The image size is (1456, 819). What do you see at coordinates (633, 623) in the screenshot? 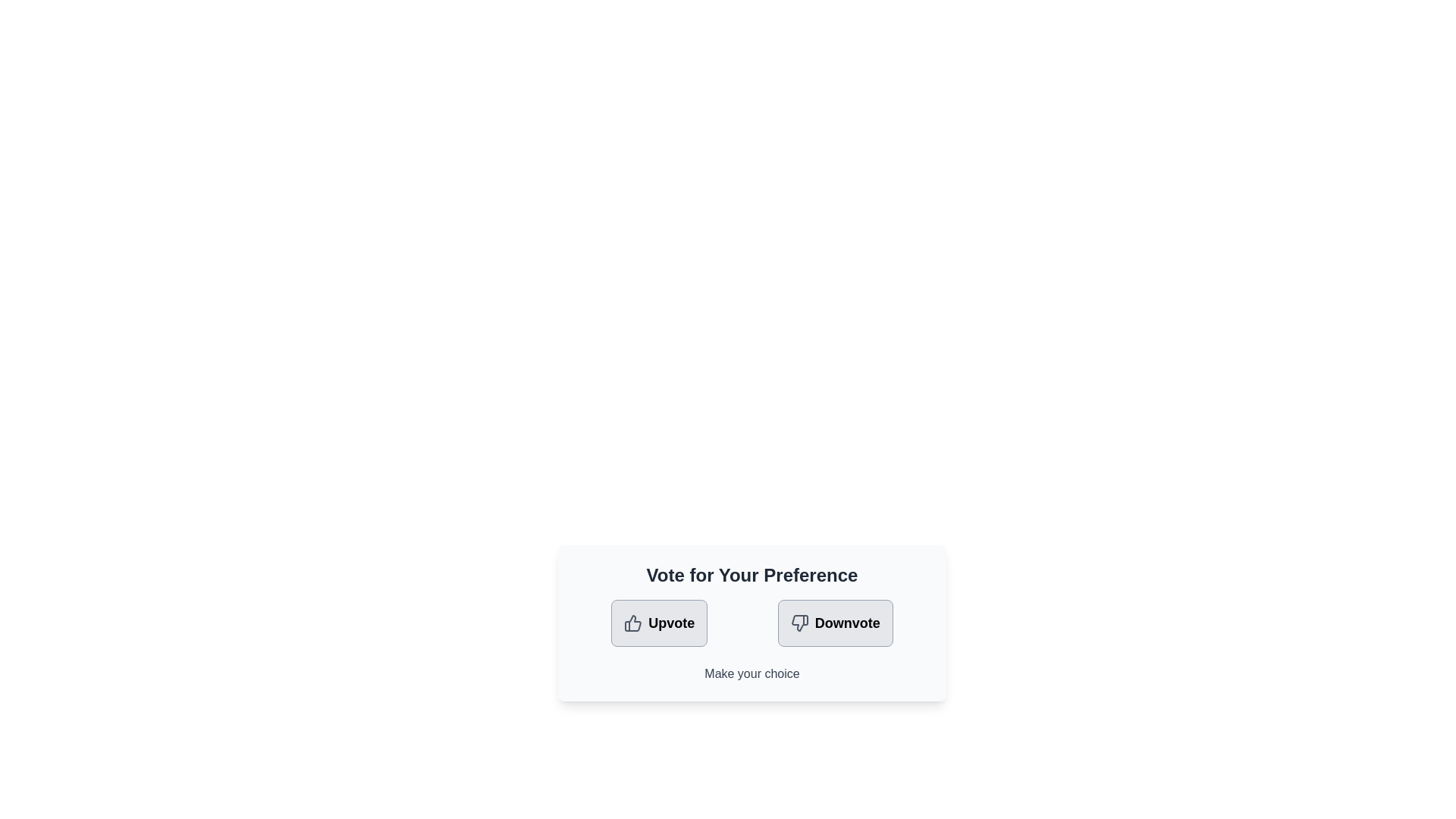
I see `the thumbs-up icon within the 'Upvote' button` at bounding box center [633, 623].